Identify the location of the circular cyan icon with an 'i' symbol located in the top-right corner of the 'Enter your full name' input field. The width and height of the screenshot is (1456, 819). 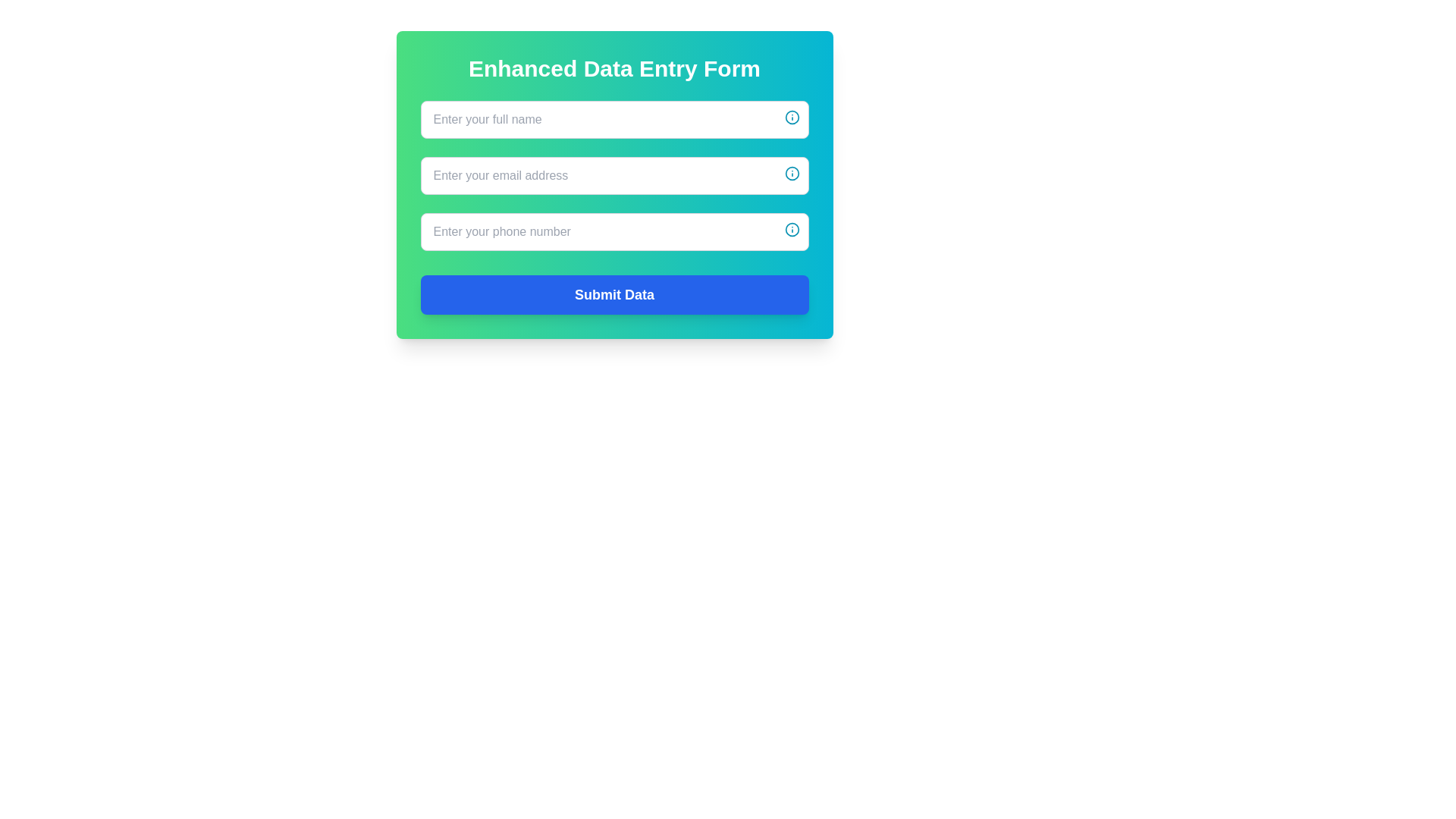
(791, 116).